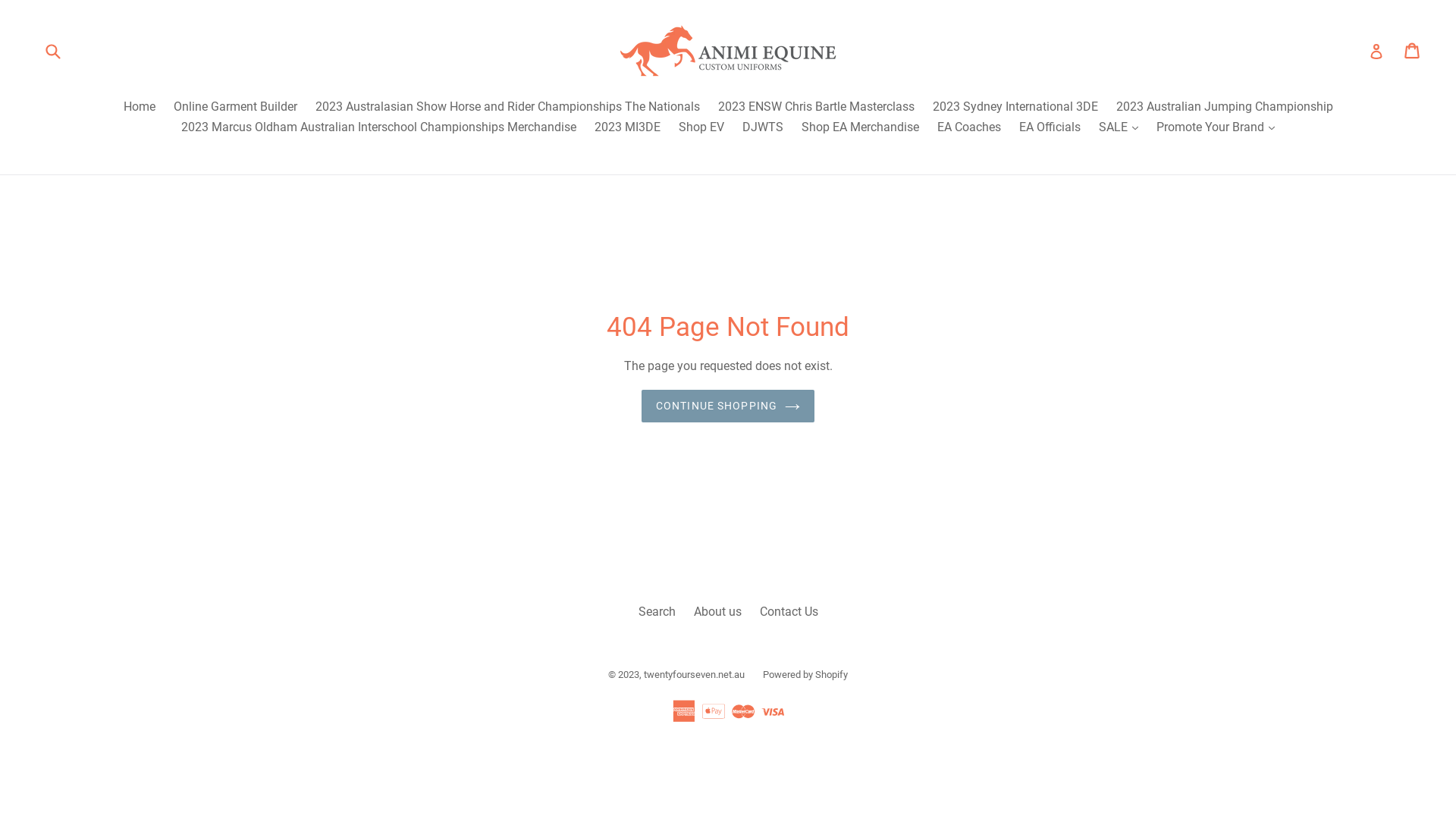 The width and height of the screenshot is (1456, 819). I want to click on 'Shop EA Merchandise', so click(860, 127).